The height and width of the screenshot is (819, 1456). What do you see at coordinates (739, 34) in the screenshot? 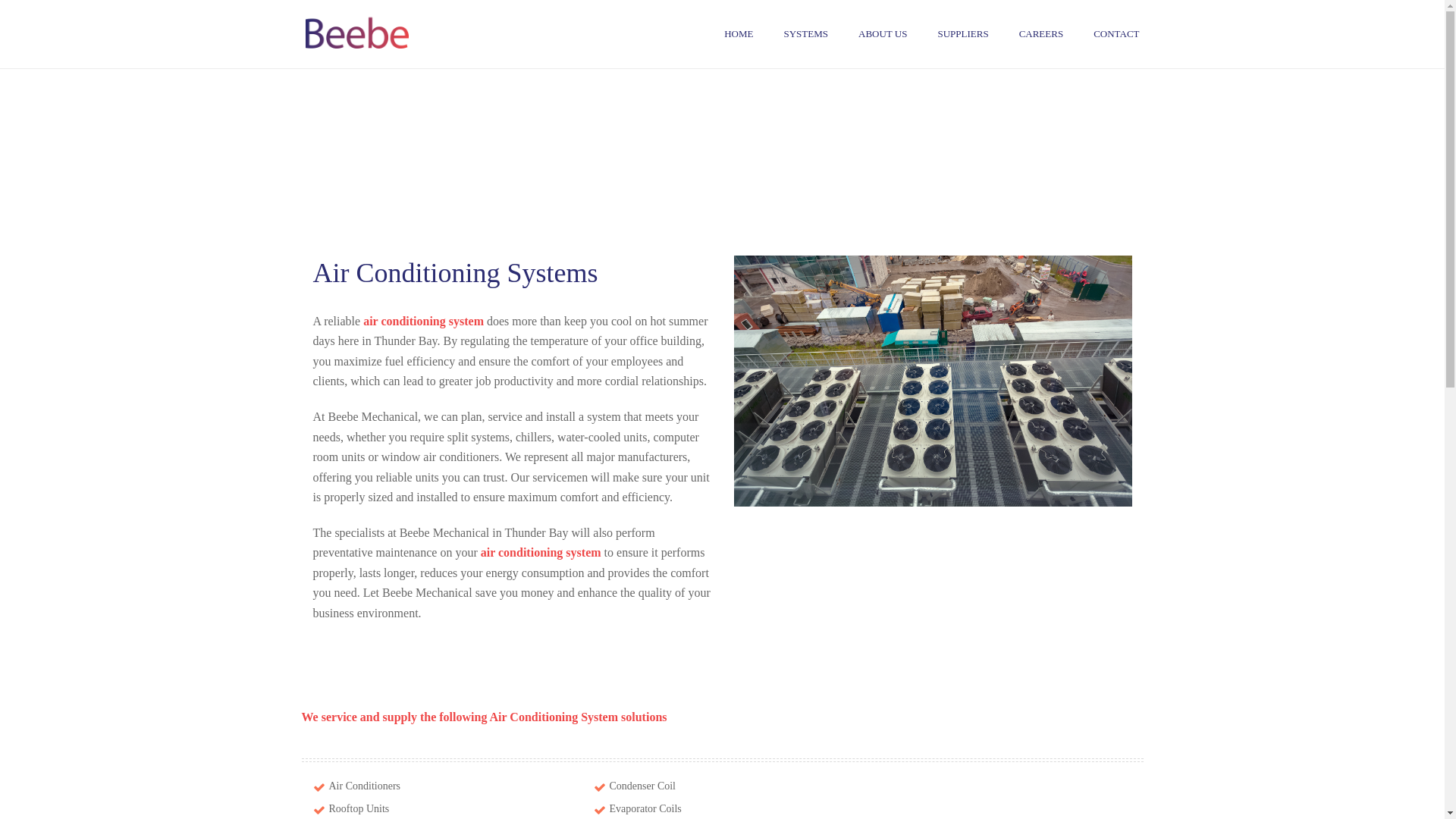
I see `'HOME'` at bounding box center [739, 34].